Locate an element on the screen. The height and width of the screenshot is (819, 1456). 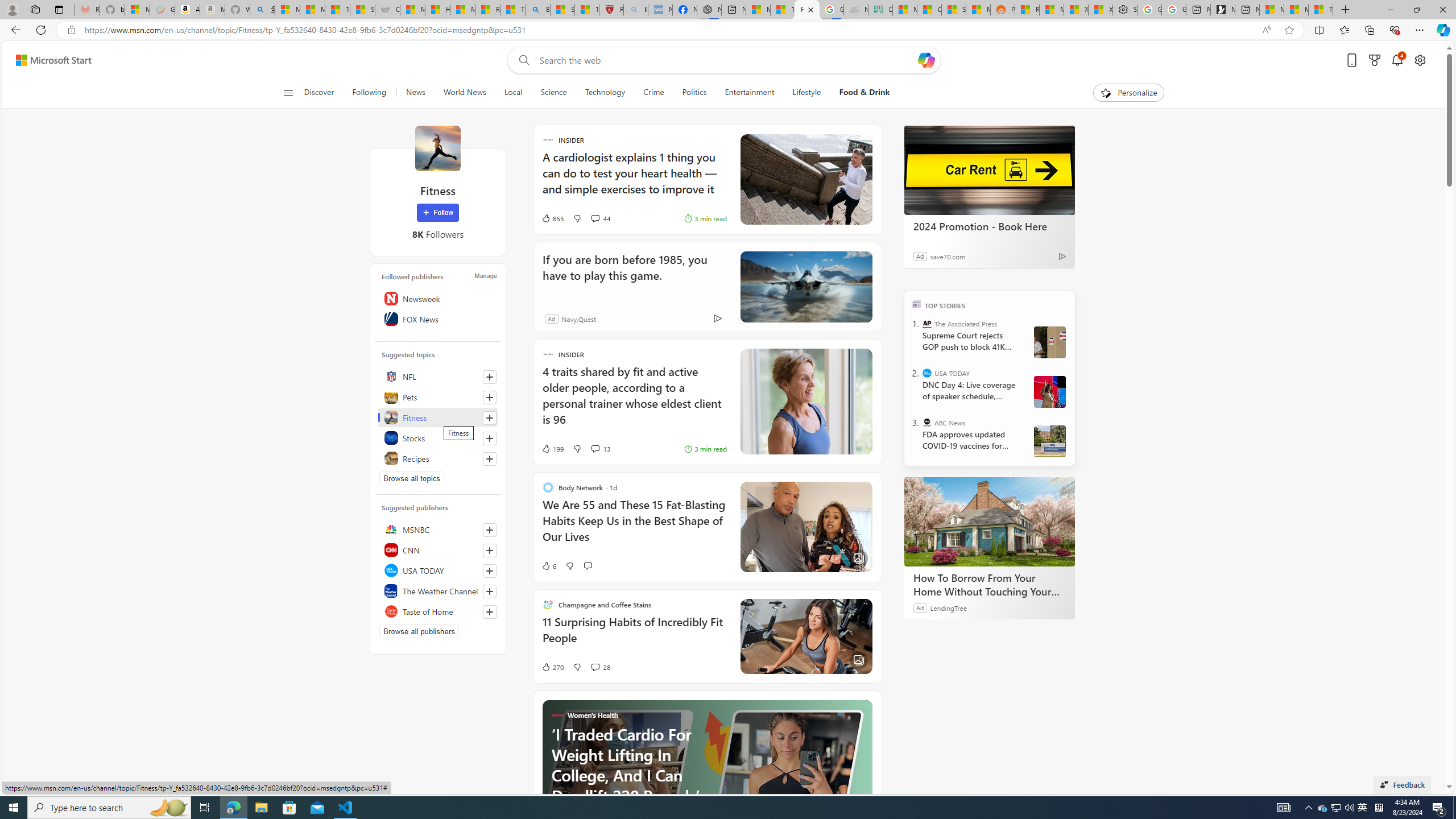
'Skip to footer' is located at coordinates (46, 59).